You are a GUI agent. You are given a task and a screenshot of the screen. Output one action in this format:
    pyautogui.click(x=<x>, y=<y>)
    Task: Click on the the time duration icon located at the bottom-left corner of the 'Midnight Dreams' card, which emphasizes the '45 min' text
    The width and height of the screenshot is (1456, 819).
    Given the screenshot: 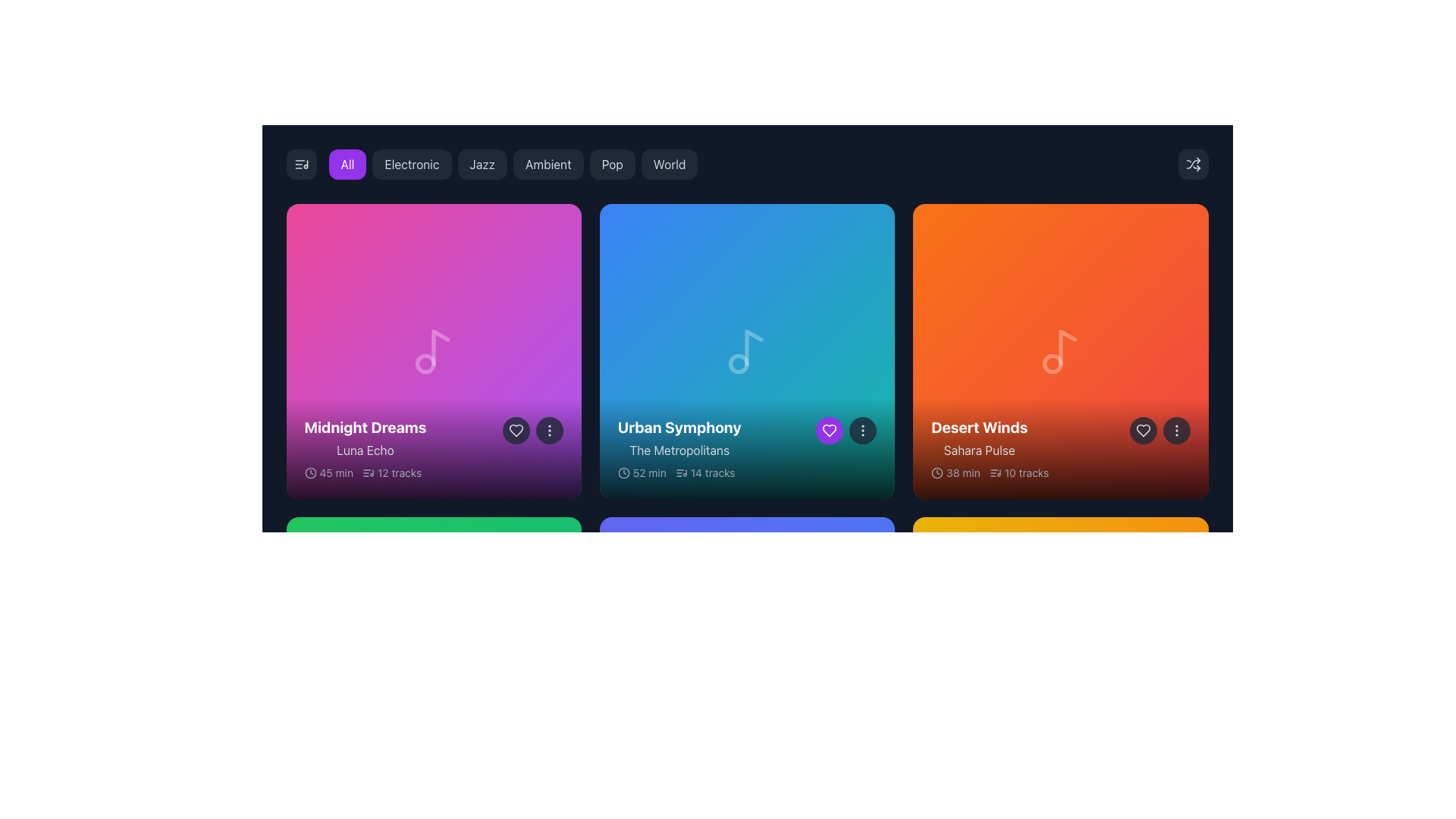 What is the action you would take?
    pyautogui.click(x=309, y=472)
    